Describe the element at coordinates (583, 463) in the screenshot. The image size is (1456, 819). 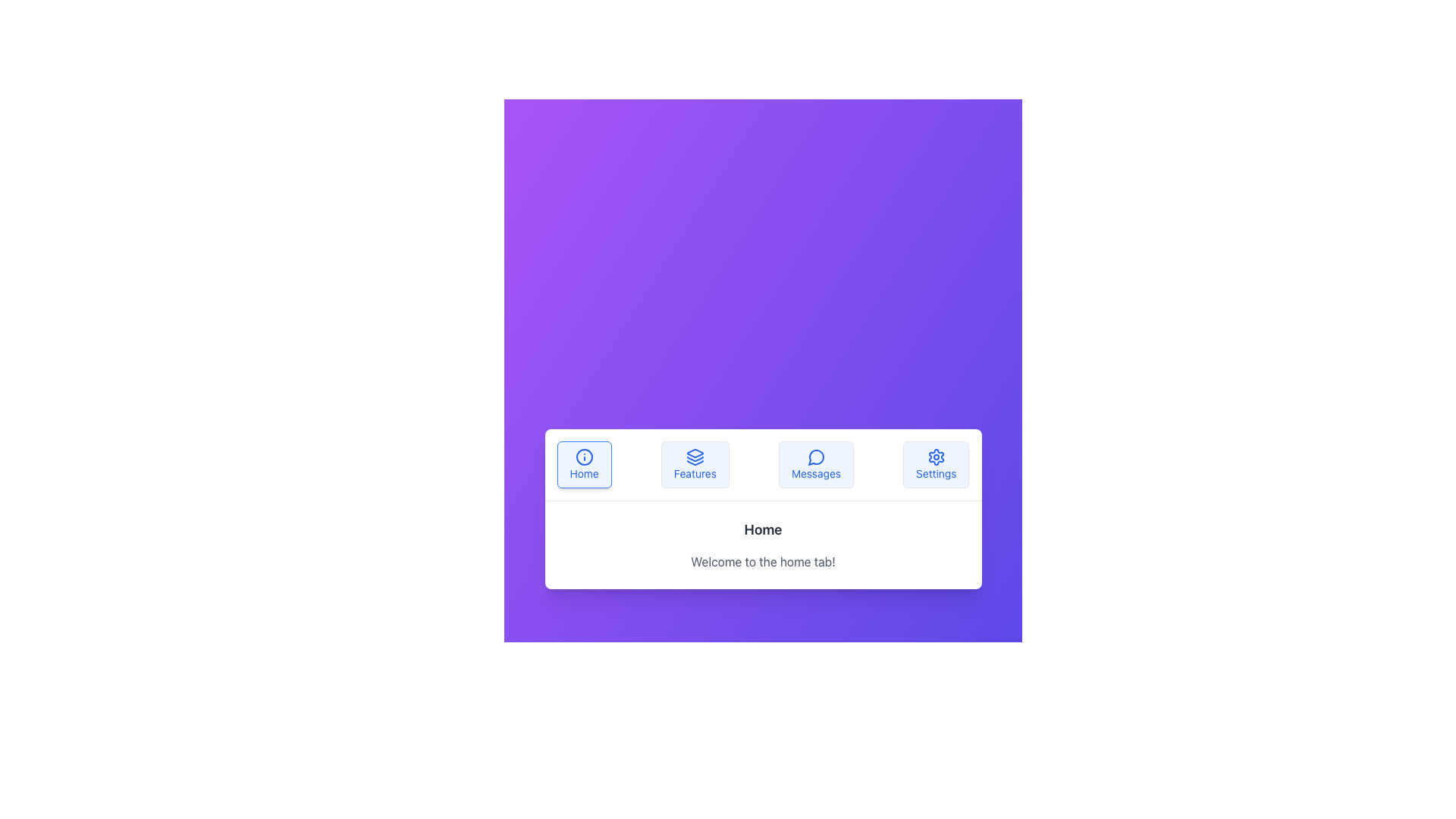
I see `the 'Home' button in the navigation bar` at that location.